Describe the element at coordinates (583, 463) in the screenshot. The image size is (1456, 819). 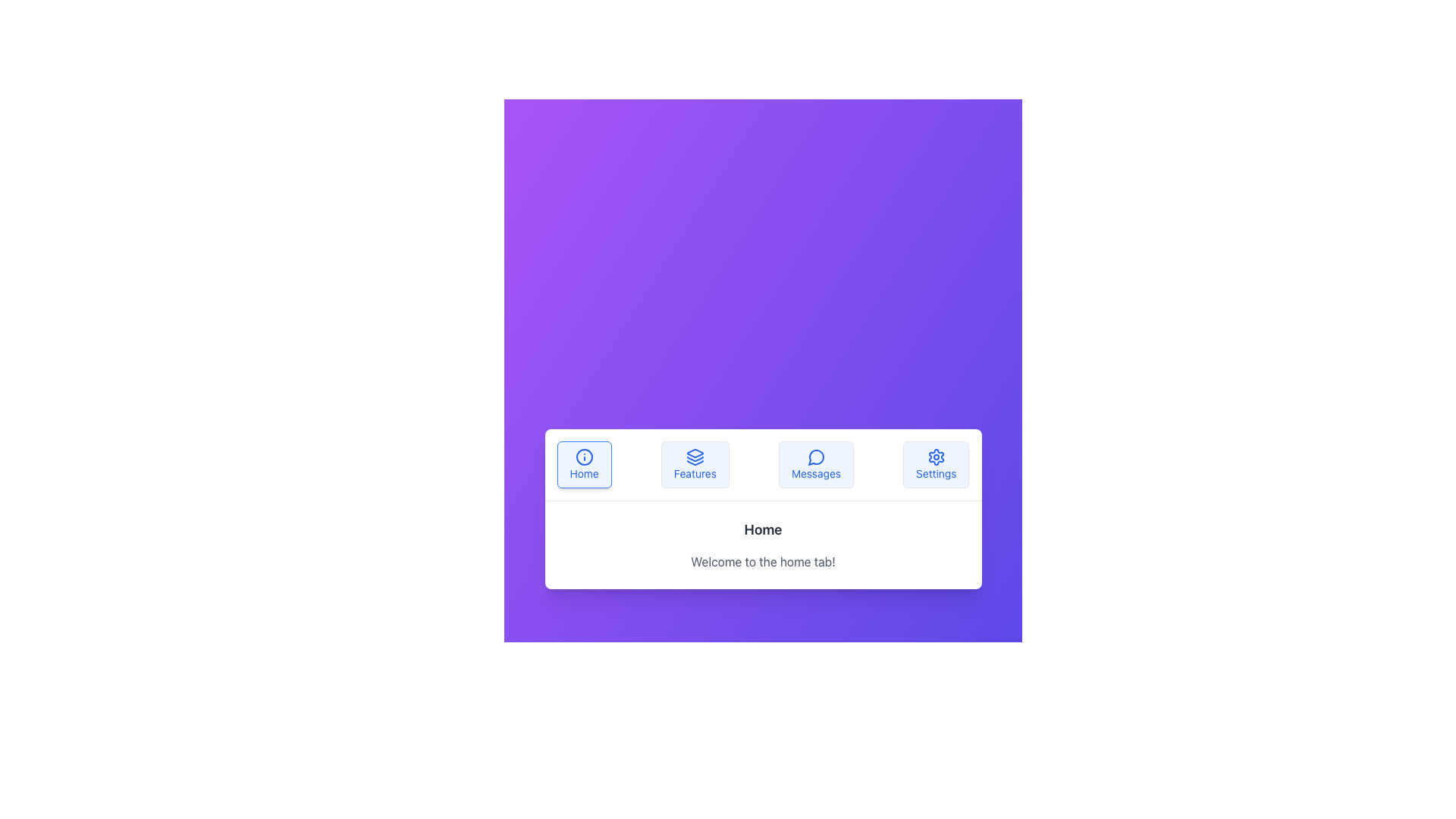
I see `the 'Home' button in the navigation bar` at that location.